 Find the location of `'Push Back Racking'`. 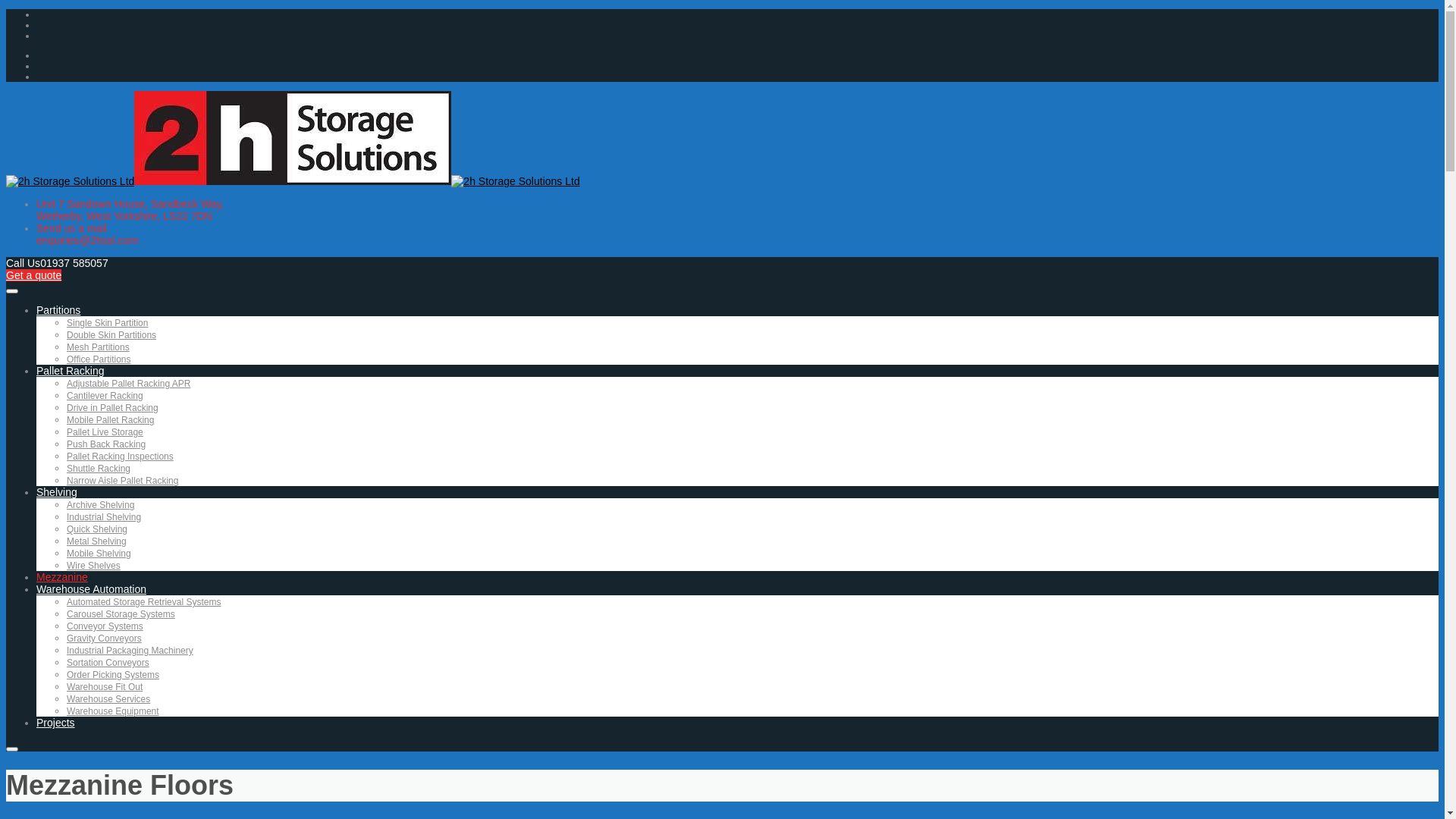

'Push Back Racking' is located at coordinates (105, 444).